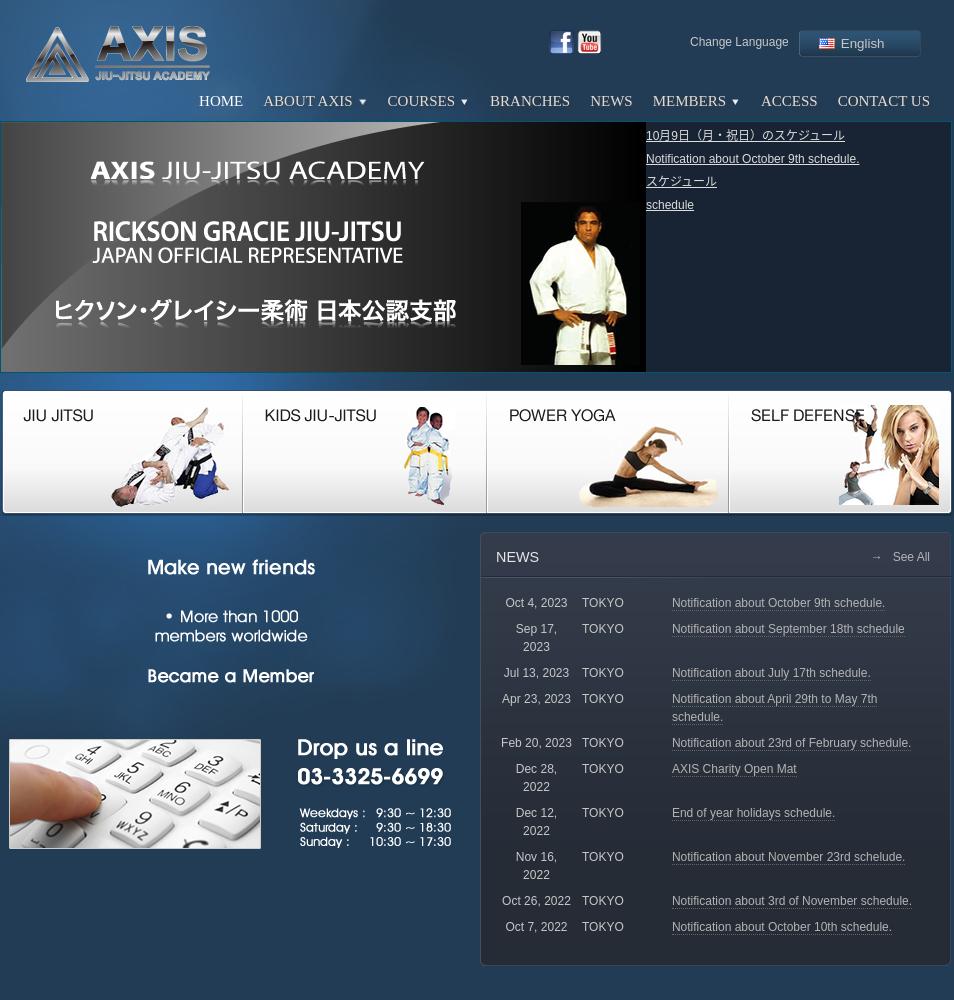 The image size is (954, 1000). What do you see at coordinates (761, 100) in the screenshot?
I see `'Access'` at bounding box center [761, 100].